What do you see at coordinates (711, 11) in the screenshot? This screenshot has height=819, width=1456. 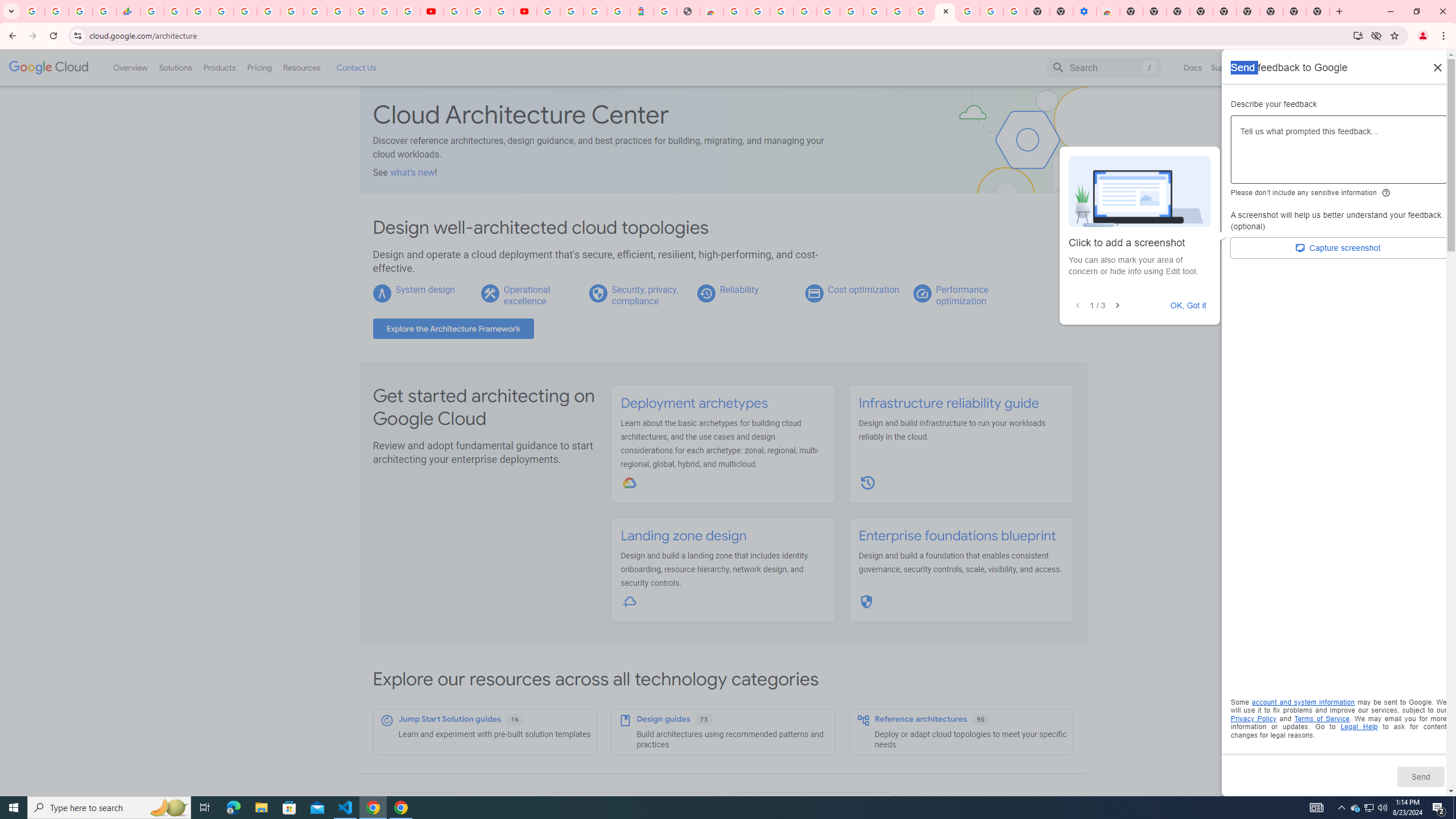 I see `'Chrome Web Store - Household'` at bounding box center [711, 11].